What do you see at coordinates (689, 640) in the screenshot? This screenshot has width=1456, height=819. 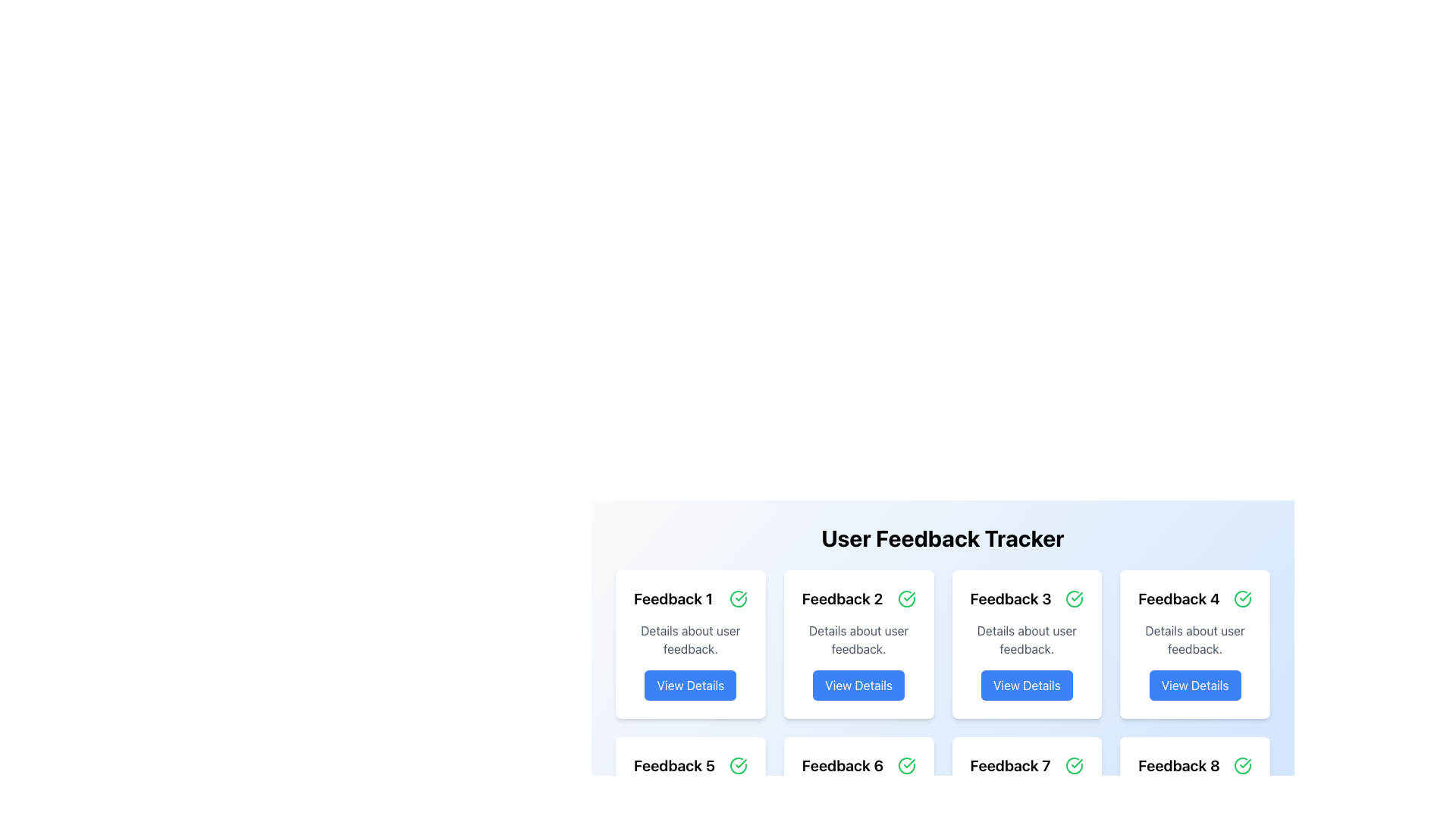 I see `the text element providing descriptive information about the feedback associated with 'Feedback 1', located above the 'View Details' button` at bounding box center [689, 640].